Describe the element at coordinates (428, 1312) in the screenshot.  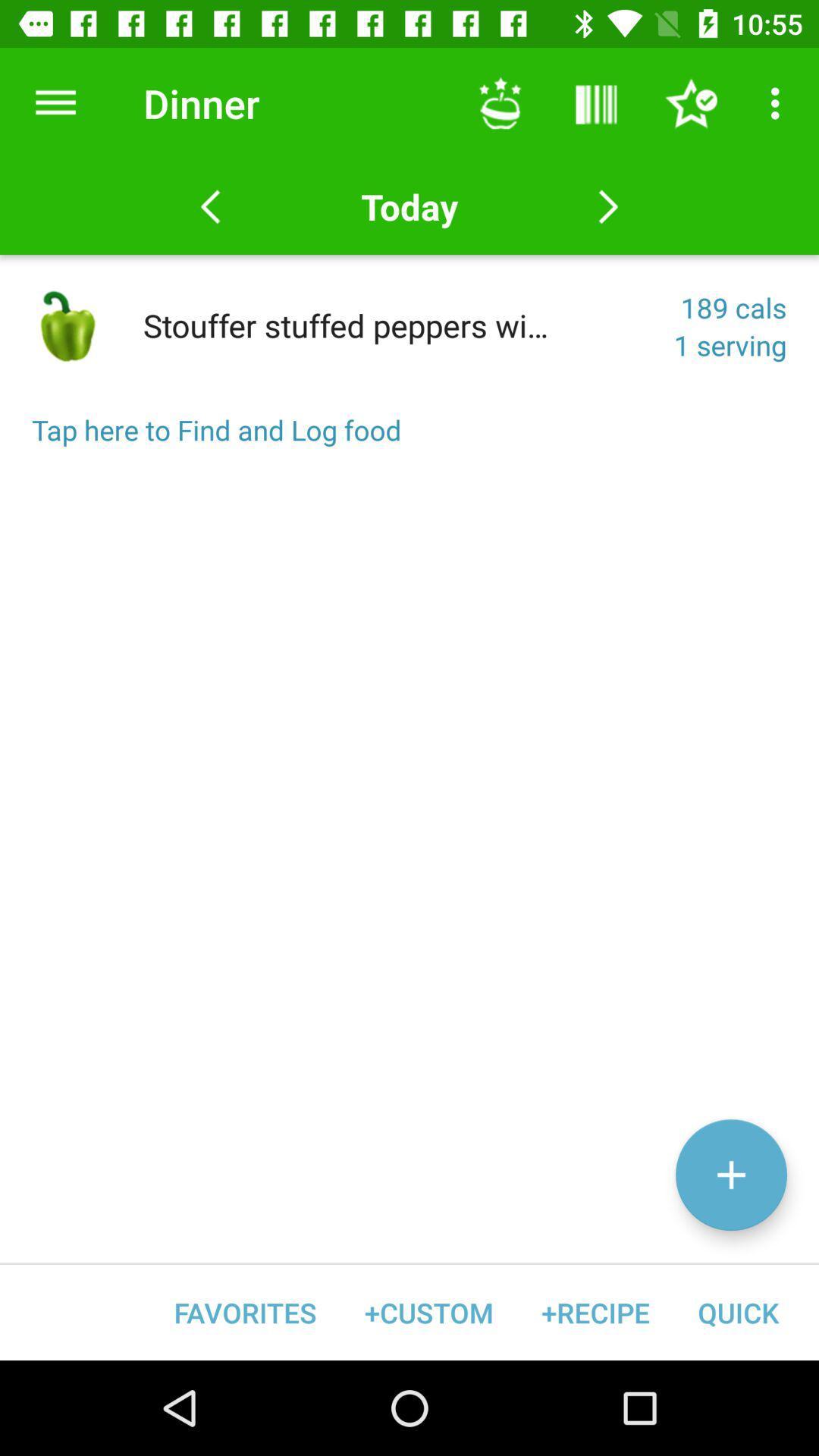
I see `item next to favorites` at that location.